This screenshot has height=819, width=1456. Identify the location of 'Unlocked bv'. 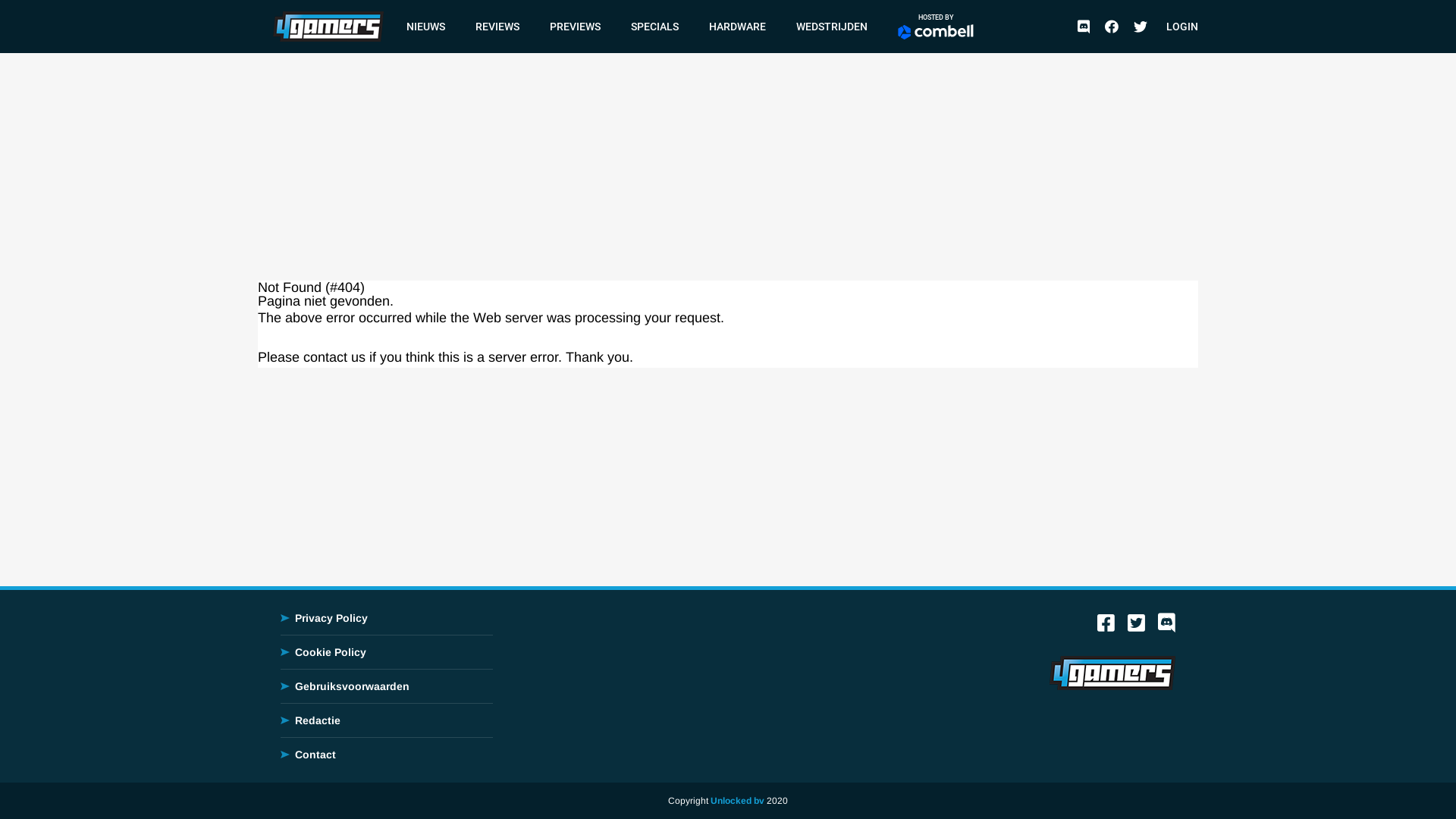
(737, 800).